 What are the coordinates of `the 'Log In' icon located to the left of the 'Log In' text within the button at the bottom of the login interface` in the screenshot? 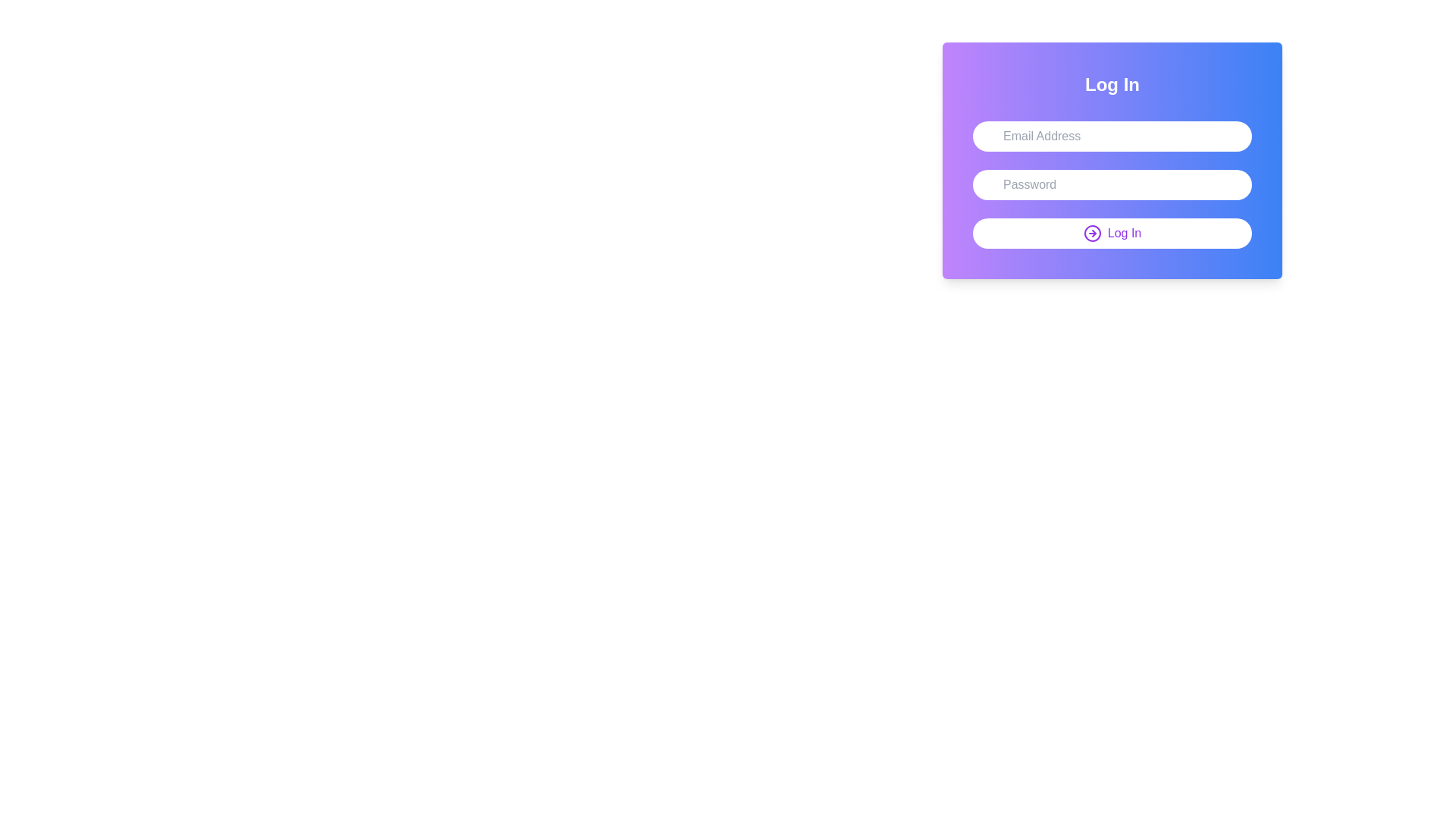 It's located at (1092, 234).